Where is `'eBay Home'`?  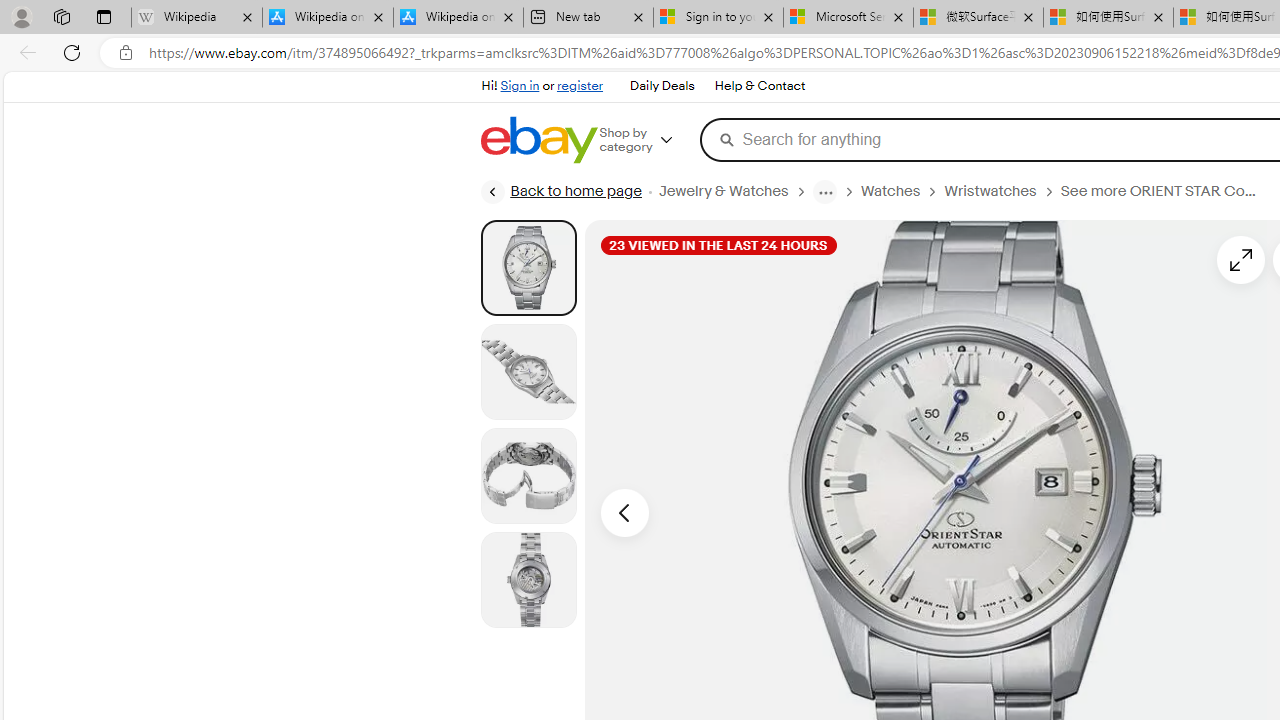
'eBay Home' is located at coordinates (538, 139).